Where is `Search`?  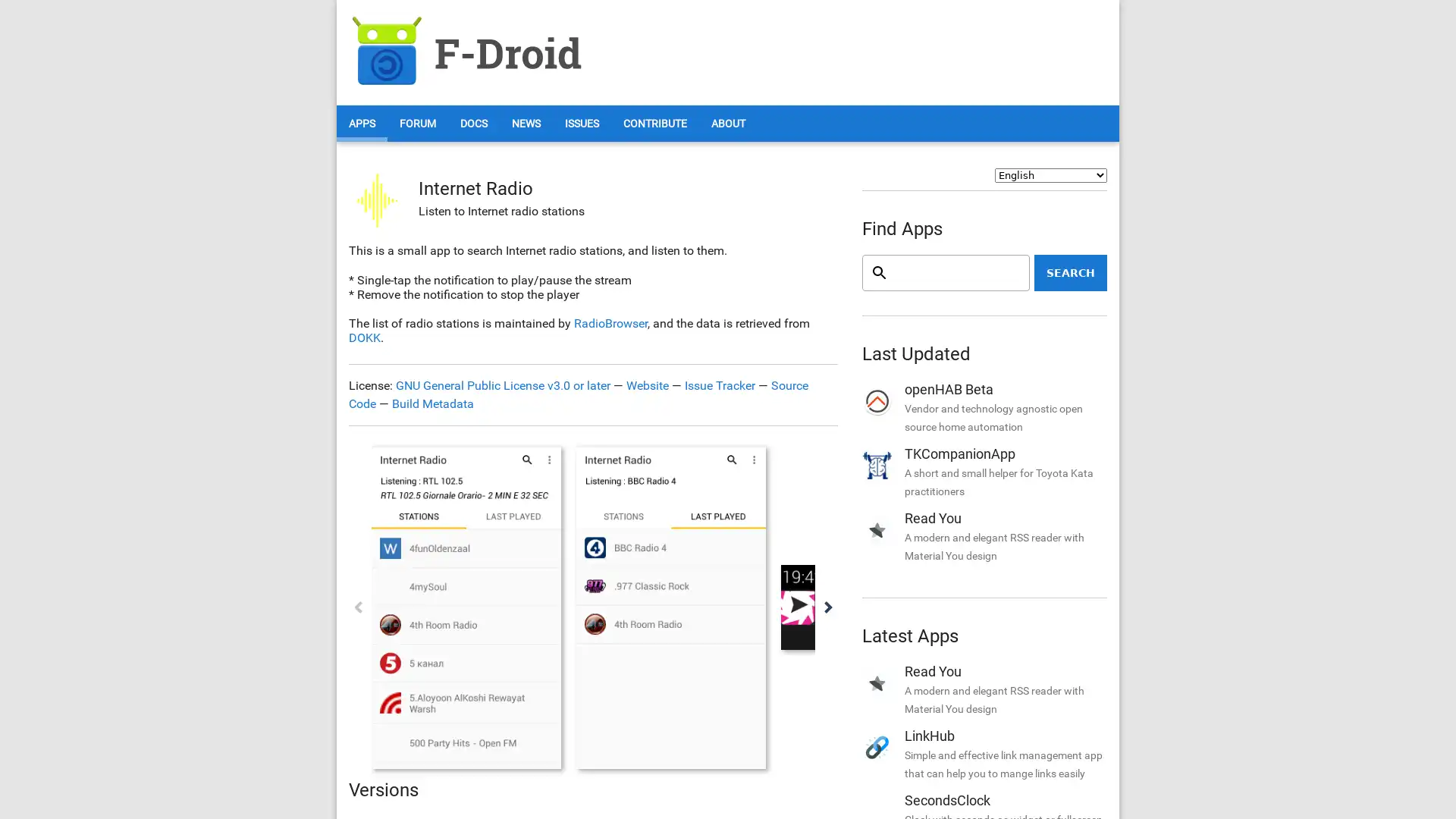 Search is located at coordinates (1069, 271).